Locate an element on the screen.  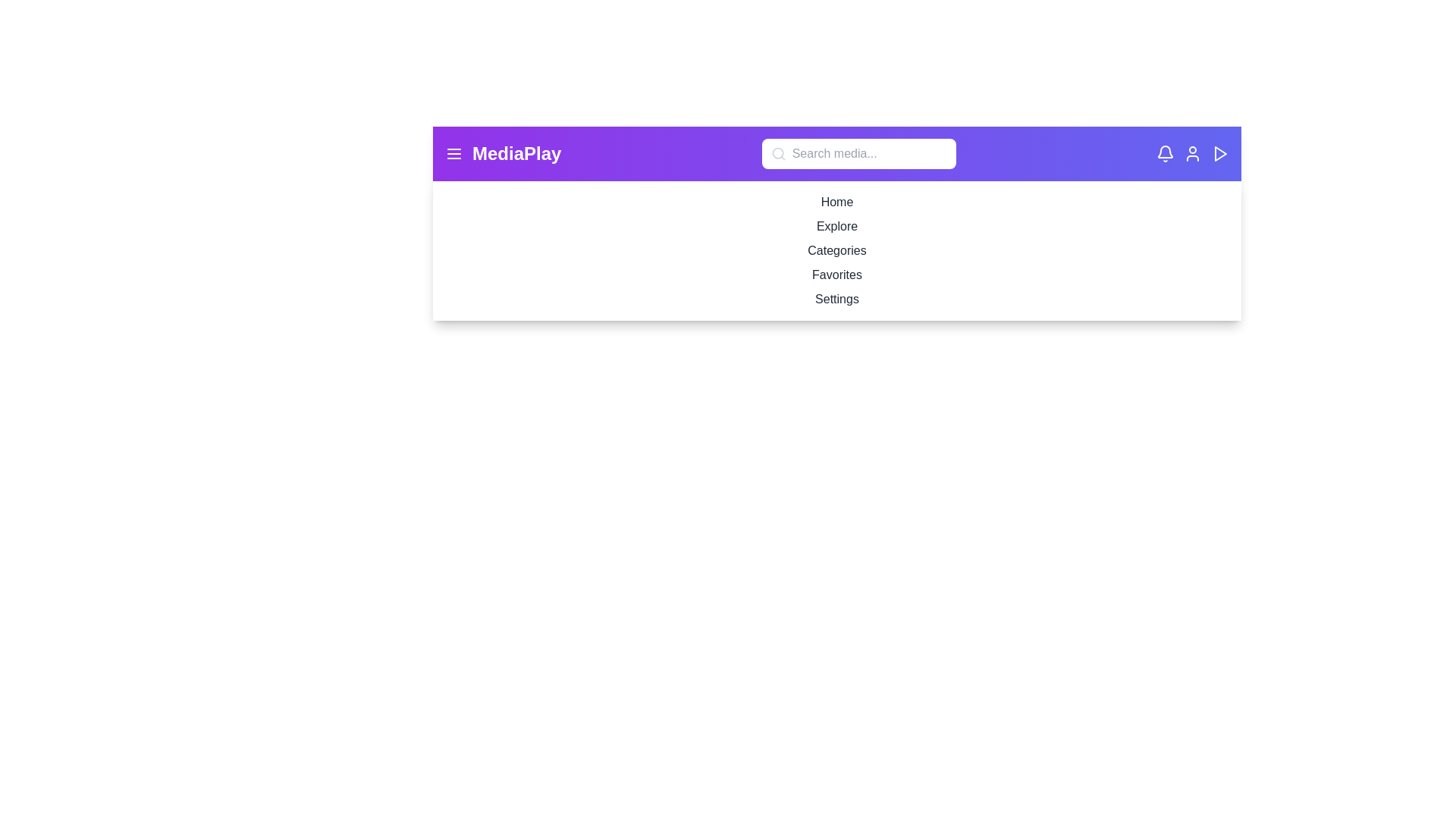
the 'Categories' text label, which is the third item in a vertical list of navigation options is located at coordinates (836, 250).